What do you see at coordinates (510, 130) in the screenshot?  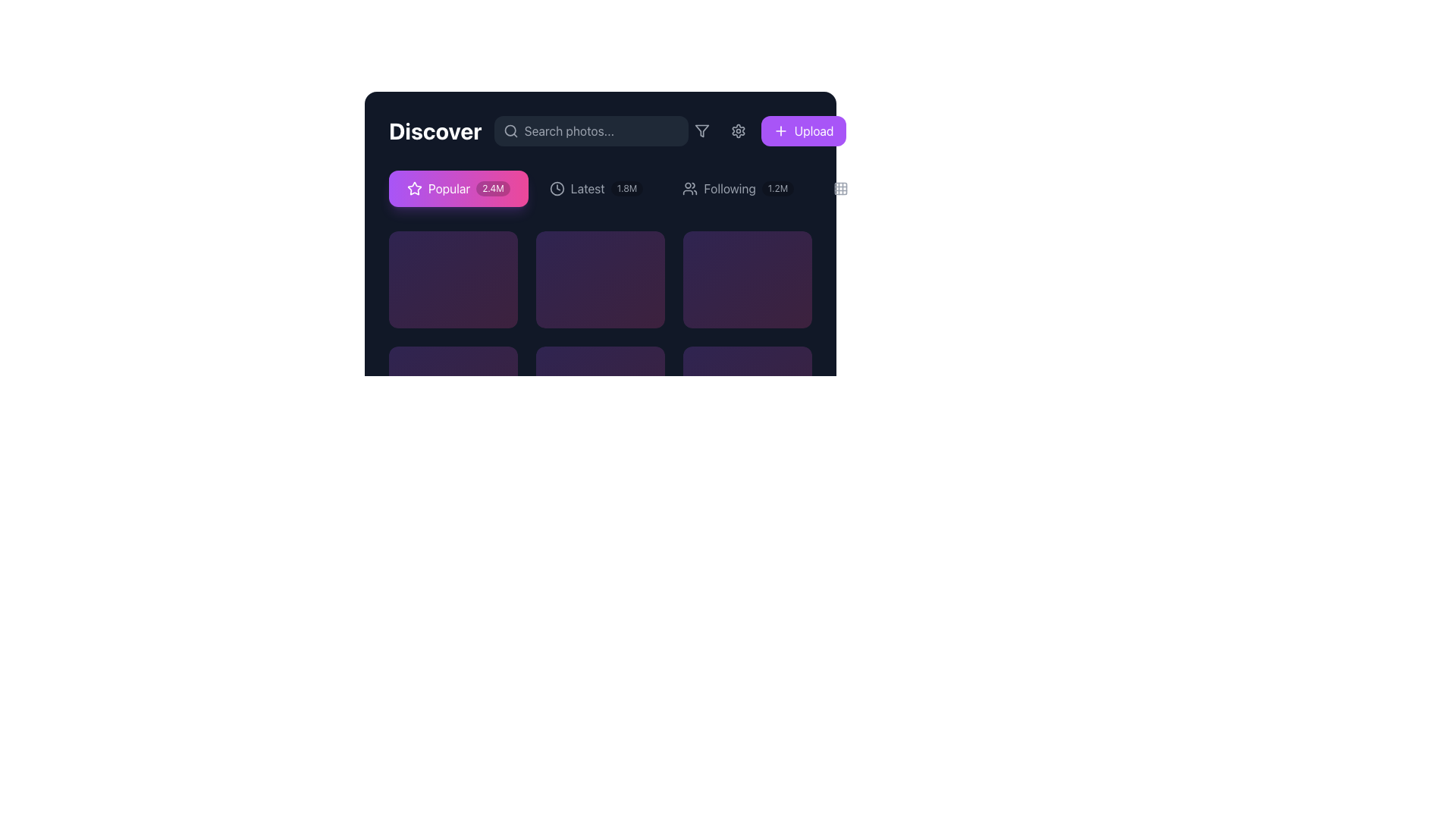 I see `the inner circular part of the search icon located to the left of the search input field in the top navigation bar` at bounding box center [510, 130].